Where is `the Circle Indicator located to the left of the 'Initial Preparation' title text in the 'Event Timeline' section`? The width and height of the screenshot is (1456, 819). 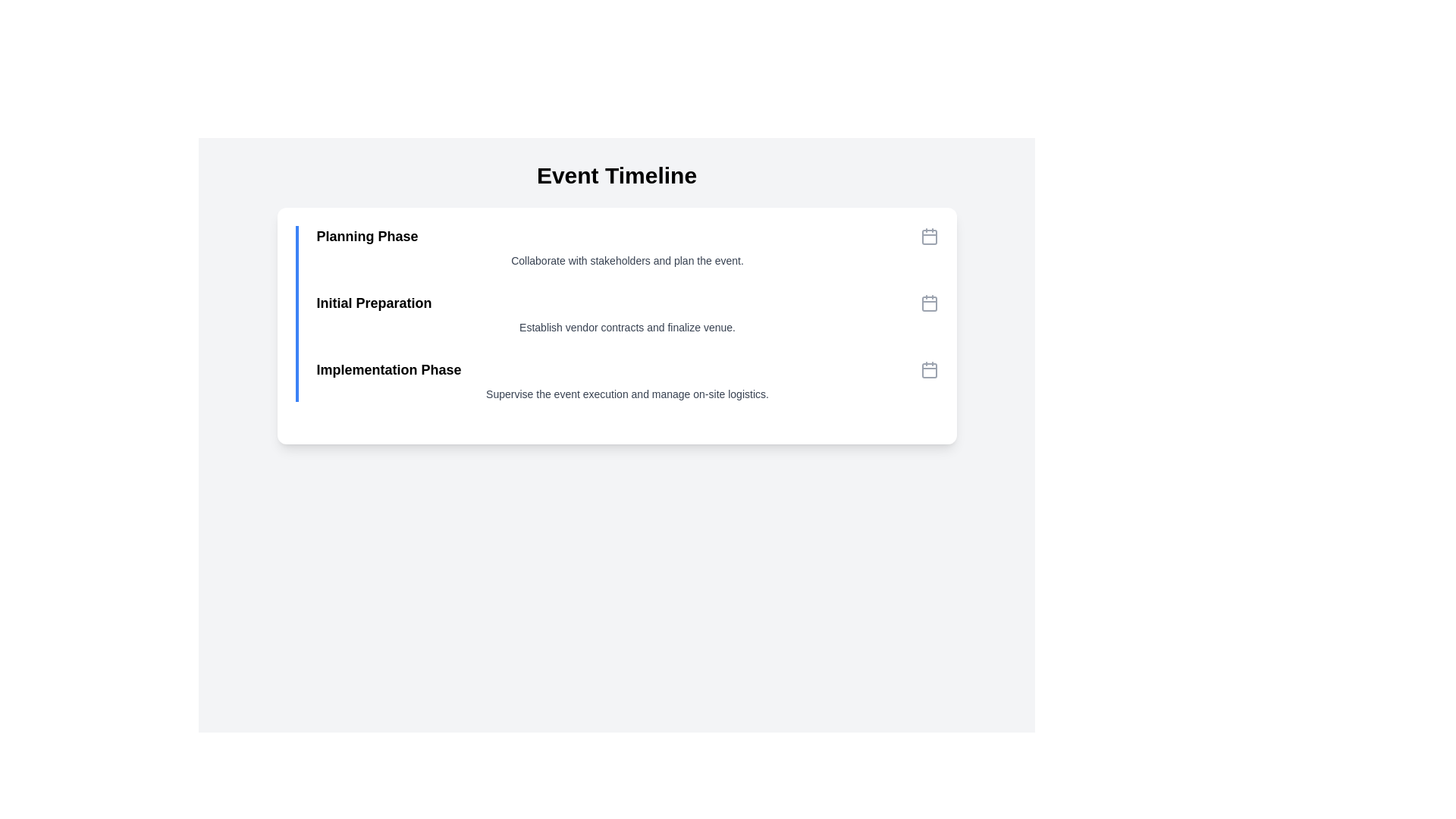
the Circle Indicator located to the left of the 'Initial Preparation' title text in the 'Event Timeline' section is located at coordinates (298, 298).